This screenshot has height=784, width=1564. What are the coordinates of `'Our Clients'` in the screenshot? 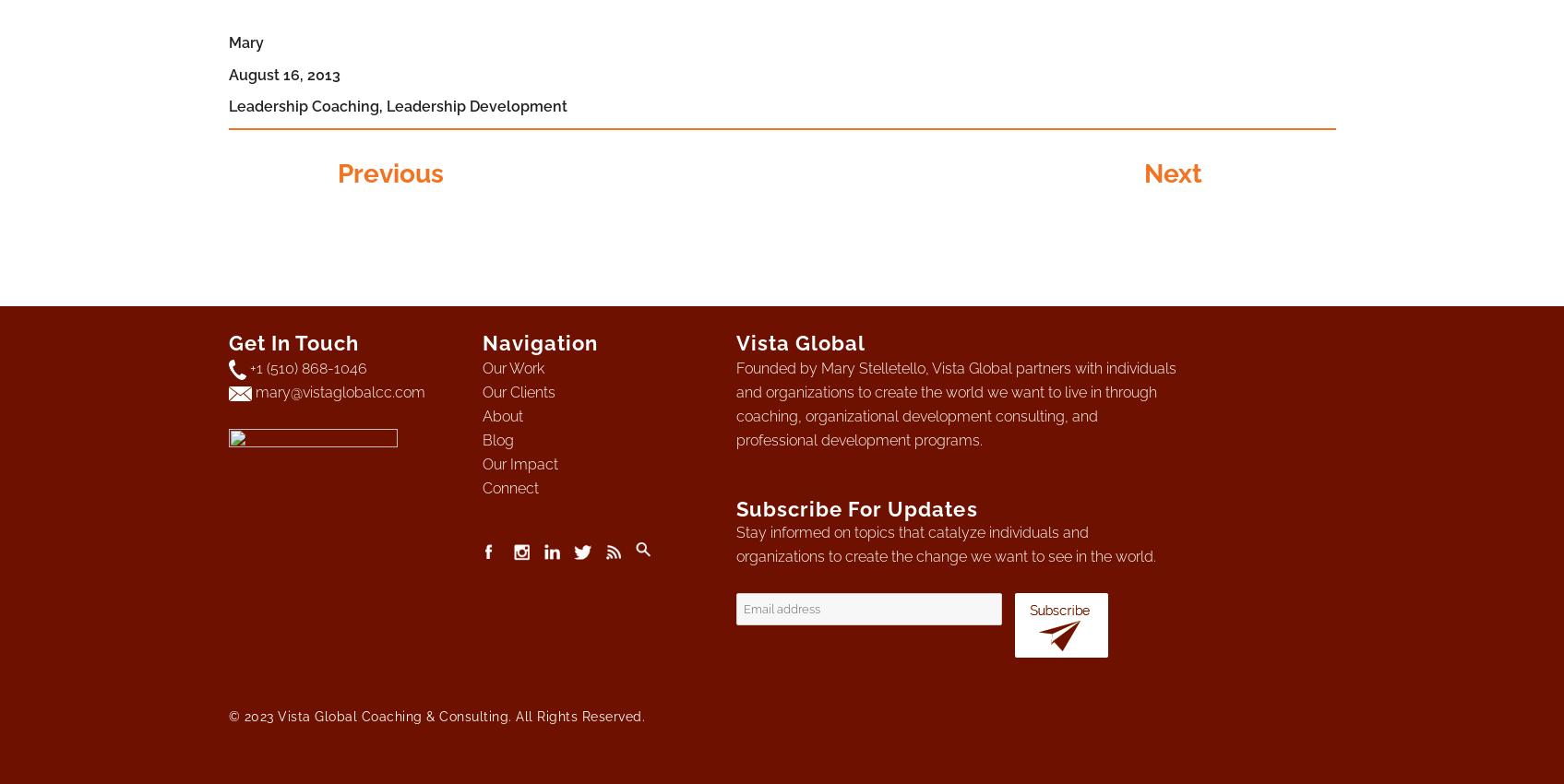 It's located at (518, 392).